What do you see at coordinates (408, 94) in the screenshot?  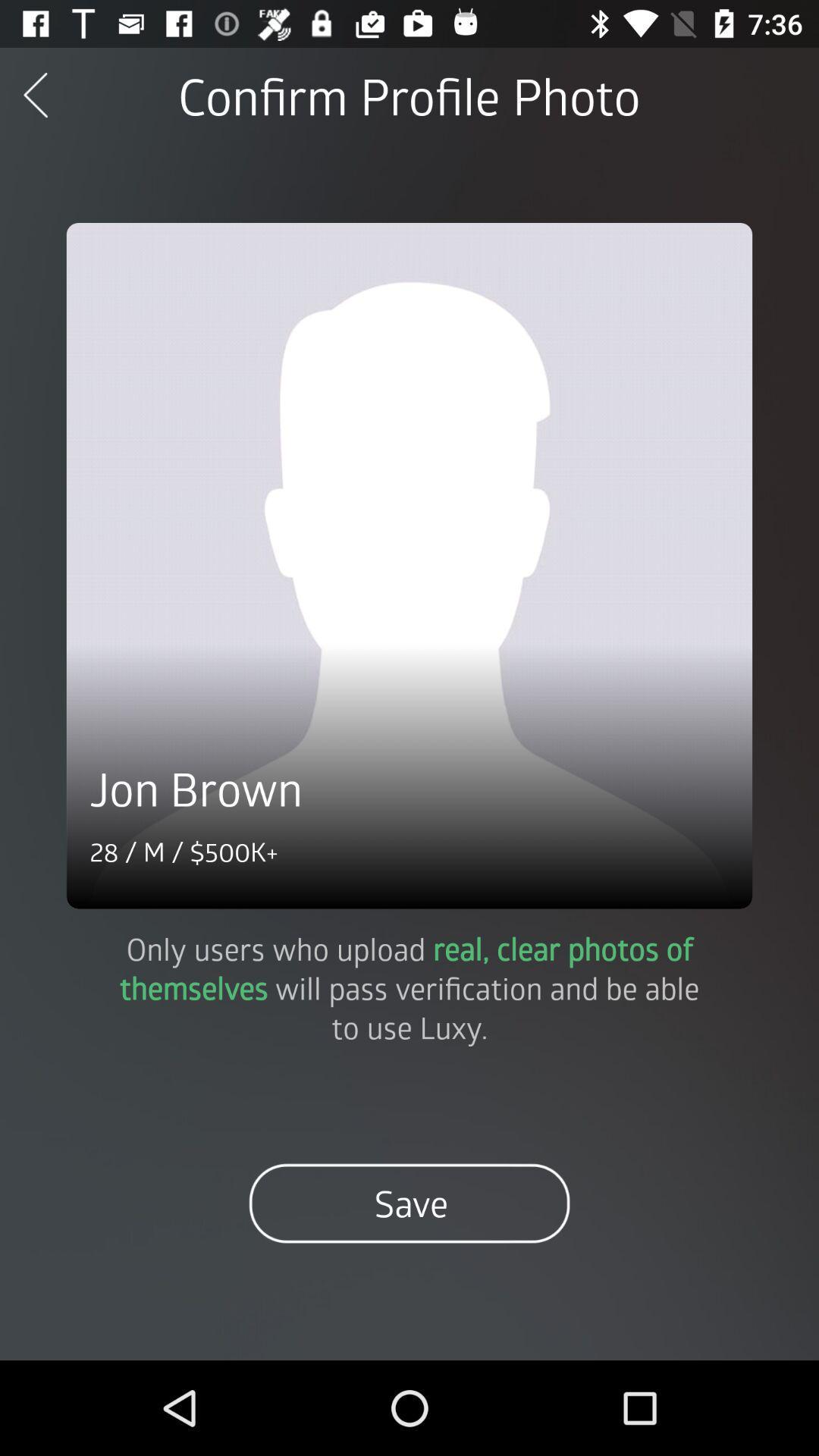 I see `confirm profile photo` at bounding box center [408, 94].